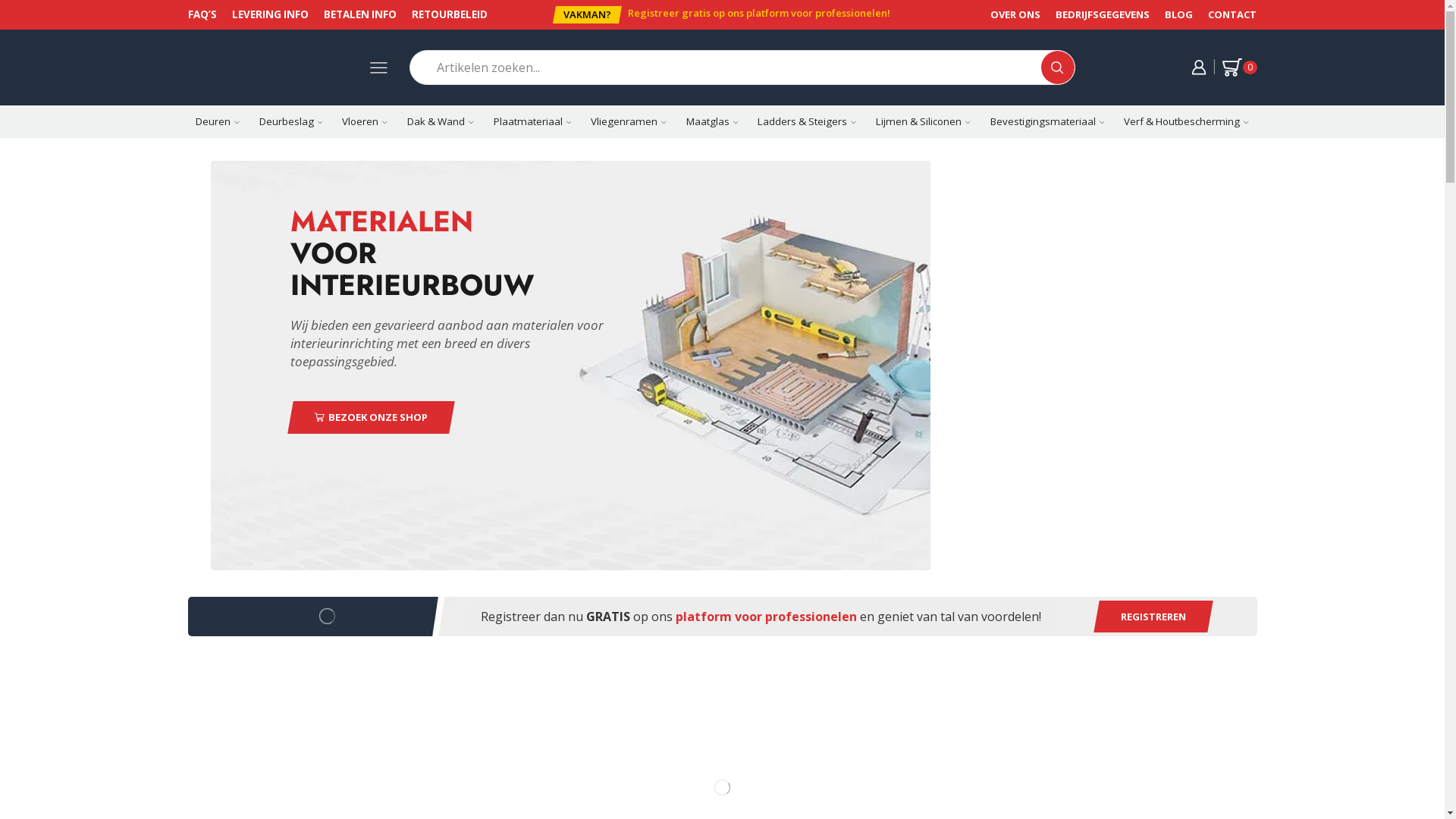 This screenshot has width=1456, height=819. Describe the element at coordinates (439, 121) in the screenshot. I see `'Dak & Wand'` at that location.